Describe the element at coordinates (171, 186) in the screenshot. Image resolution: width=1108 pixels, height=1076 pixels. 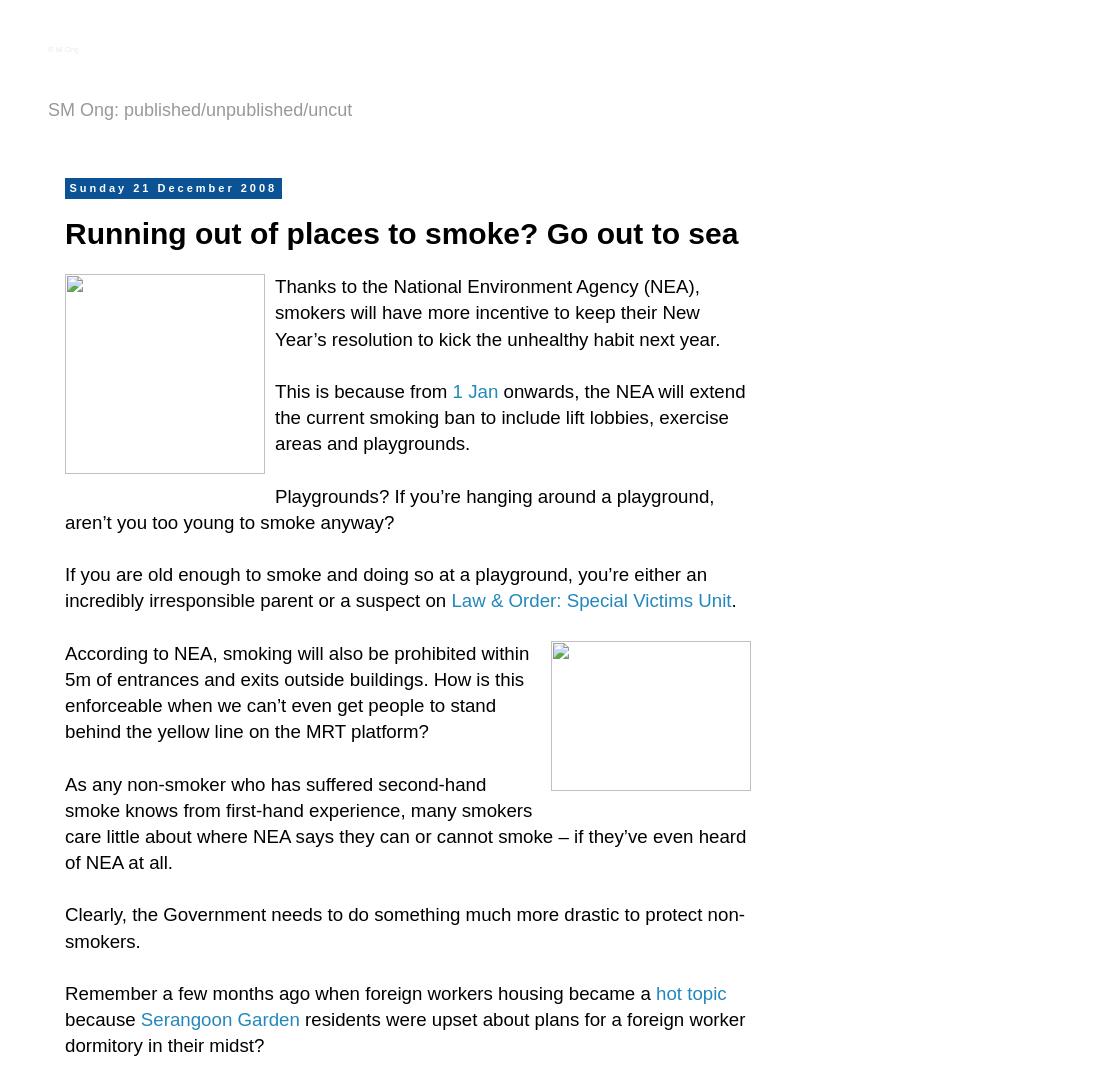
I see `'Sunday 21 December 2008'` at that location.